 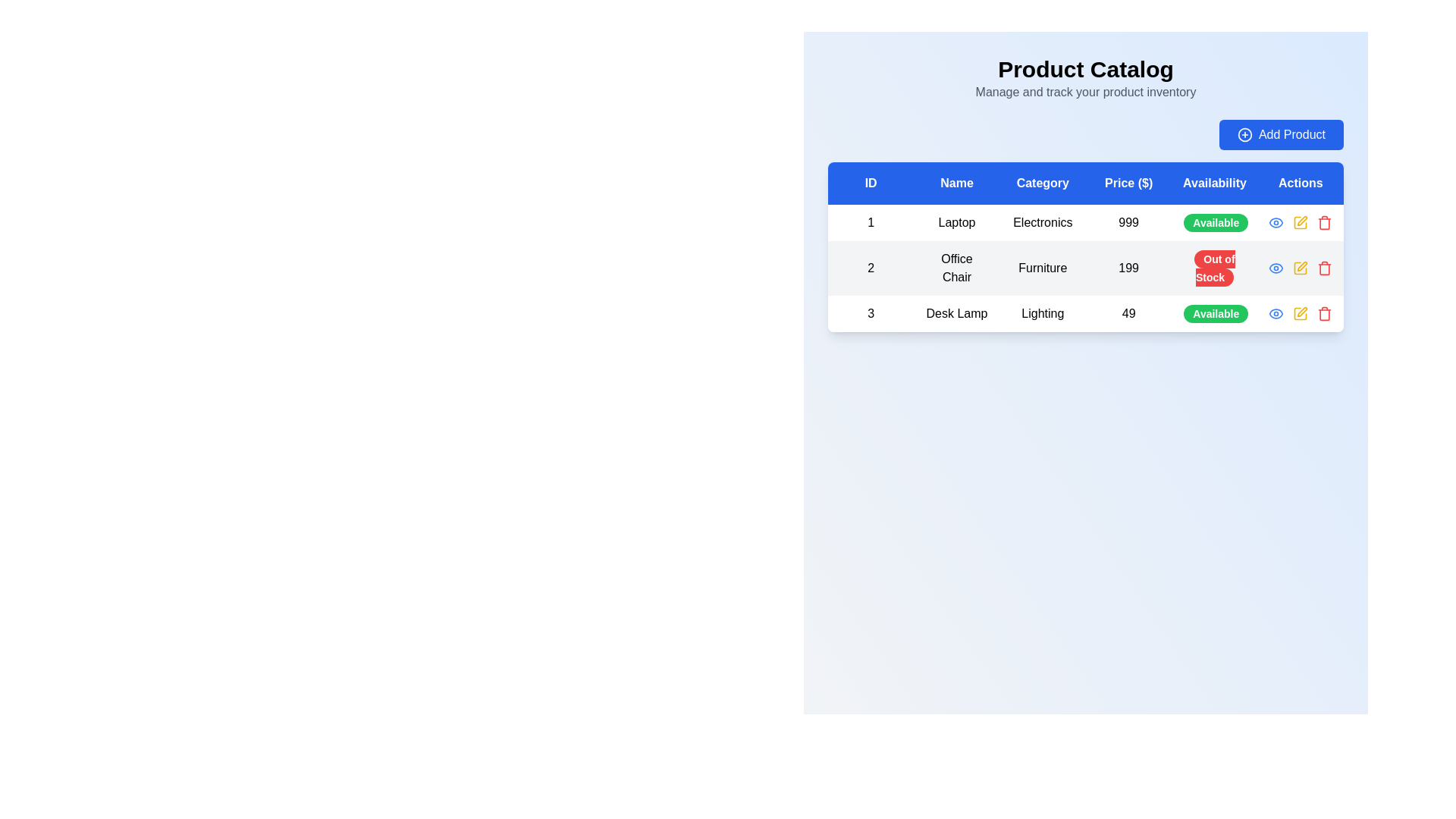 I want to click on the Text Heading and Subtext Block that displays 'Product Catalog' and 'Manage and track your product inventory', so click(x=1084, y=79).